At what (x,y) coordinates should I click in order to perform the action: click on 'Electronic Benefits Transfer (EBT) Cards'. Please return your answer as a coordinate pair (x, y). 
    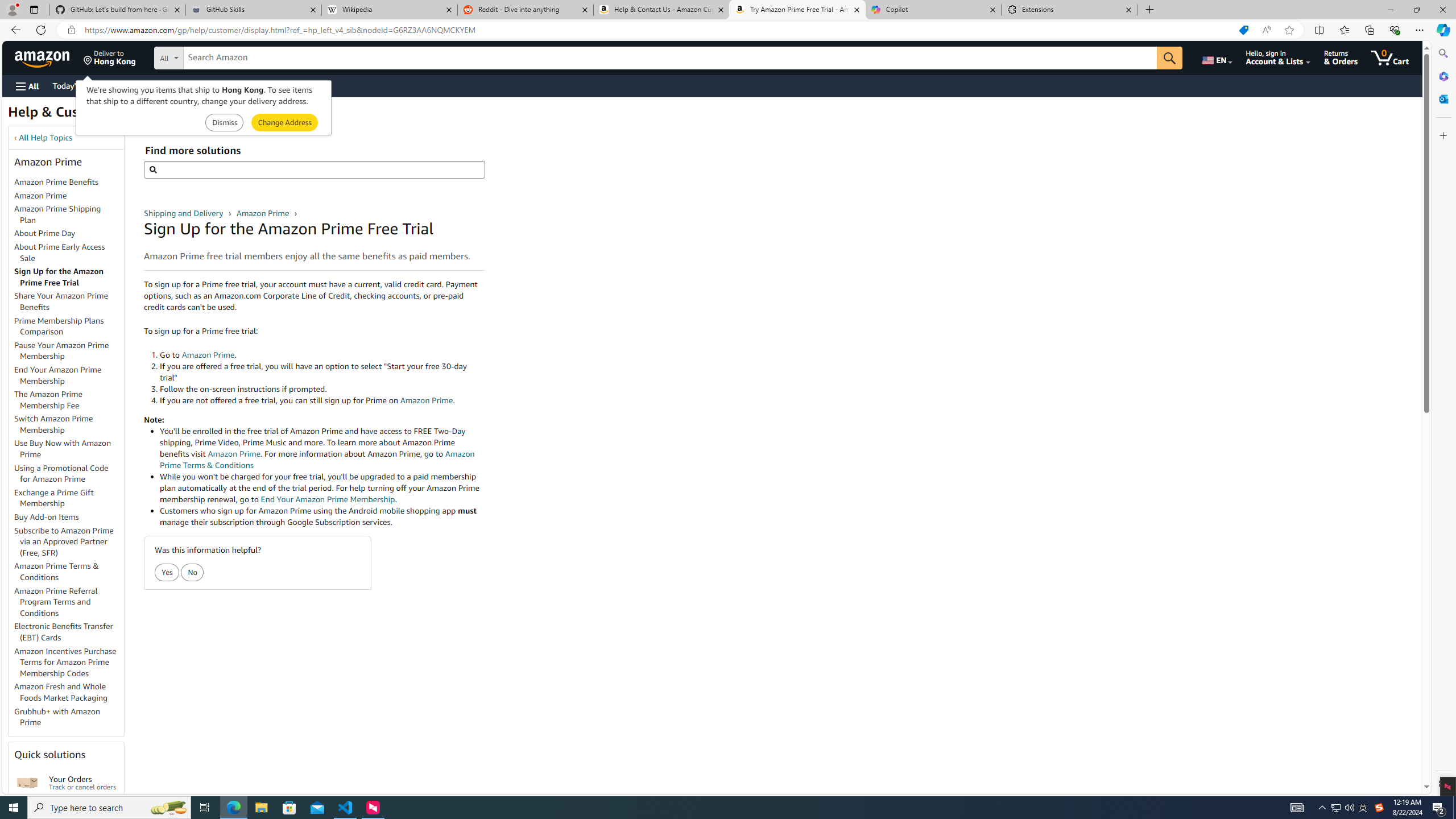
    Looking at the image, I should click on (63, 631).